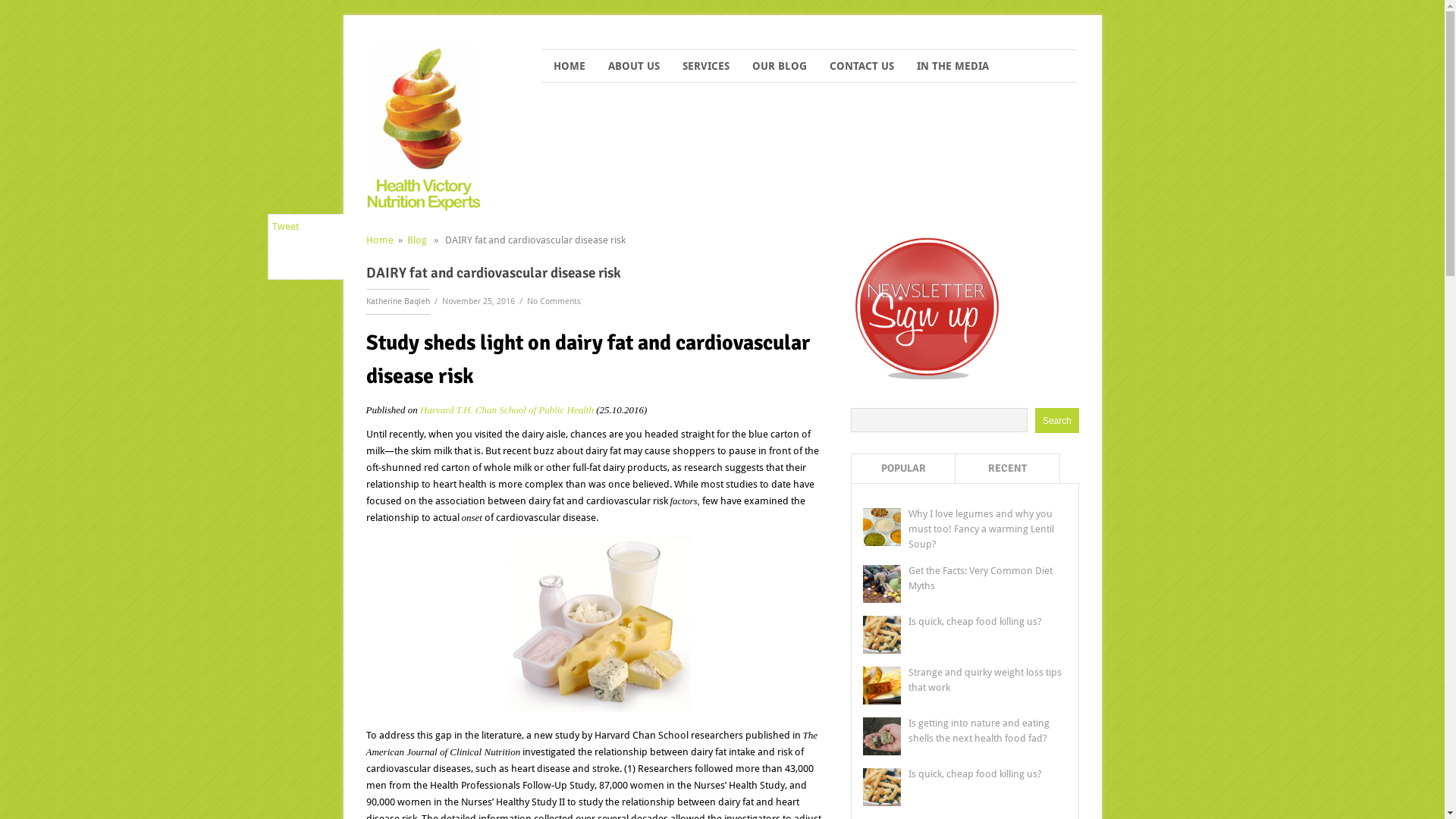 The height and width of the screenshot is (819, 1456). I want to click on 'Home', so click(378, 239).